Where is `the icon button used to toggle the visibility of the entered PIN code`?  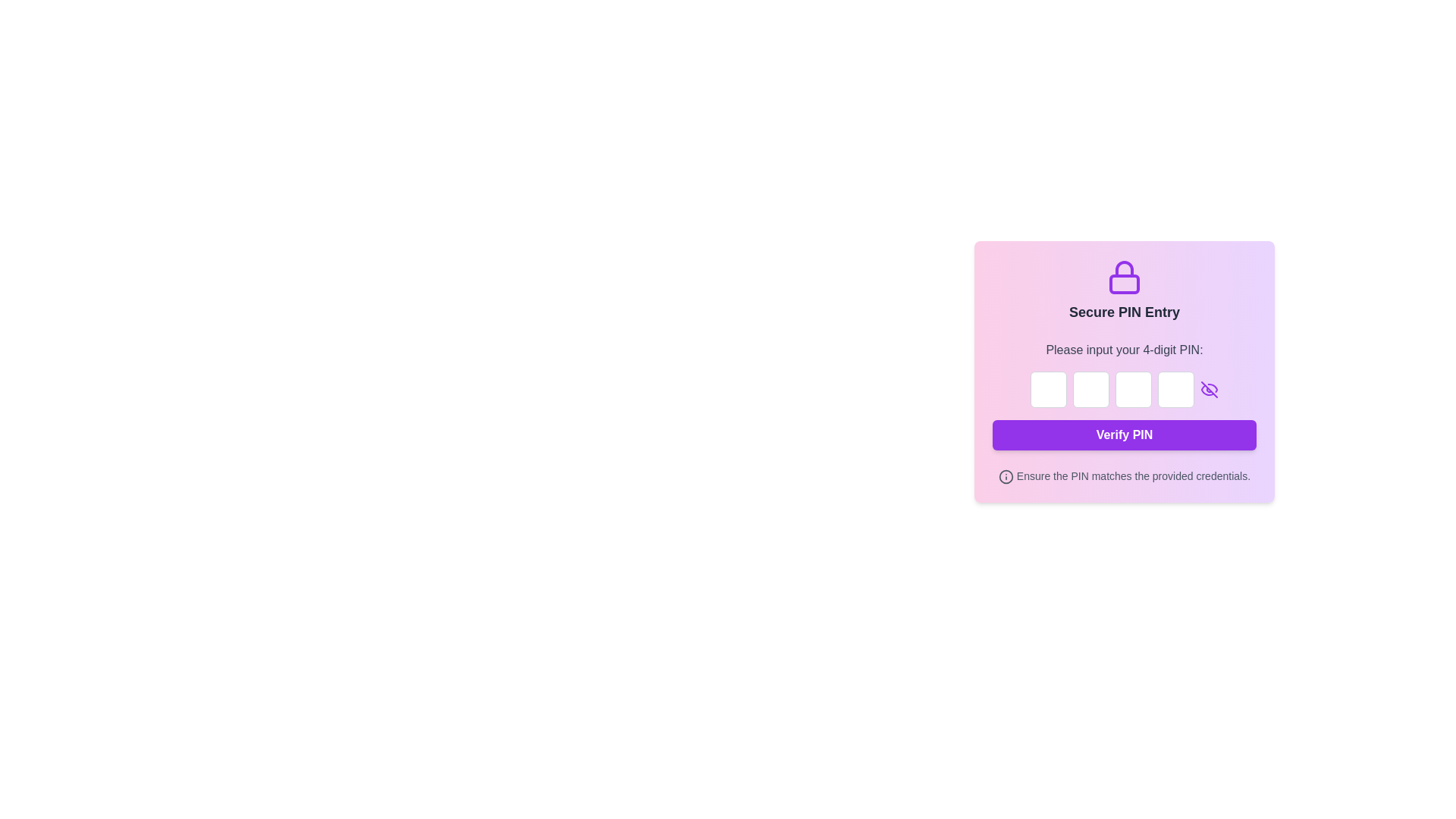 the icon button used to toggle the visibility of the entered PIN code is located at coordinates (1208, 388).